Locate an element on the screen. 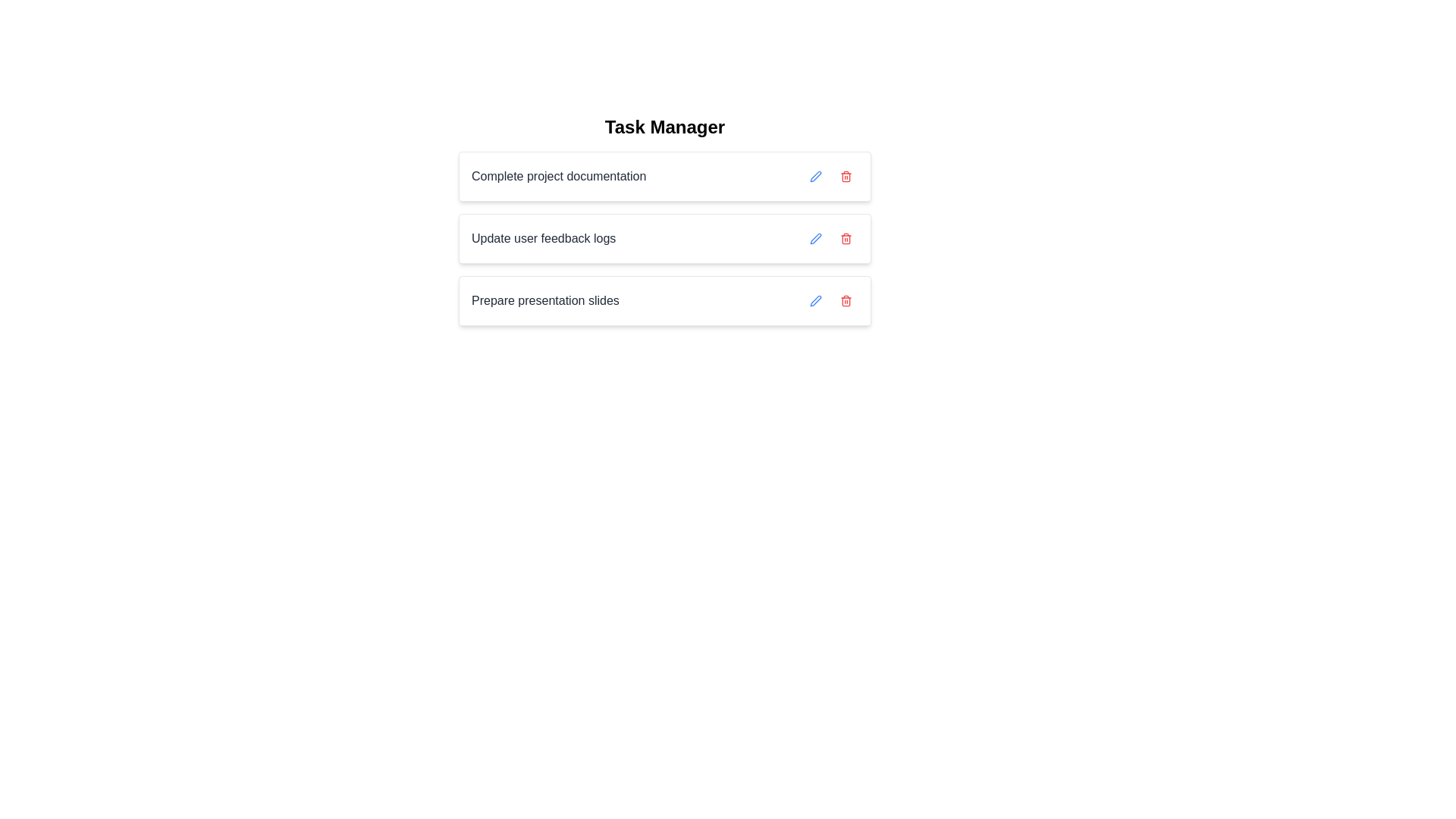  the red trash bin icon is located at coordinates (846, 239).